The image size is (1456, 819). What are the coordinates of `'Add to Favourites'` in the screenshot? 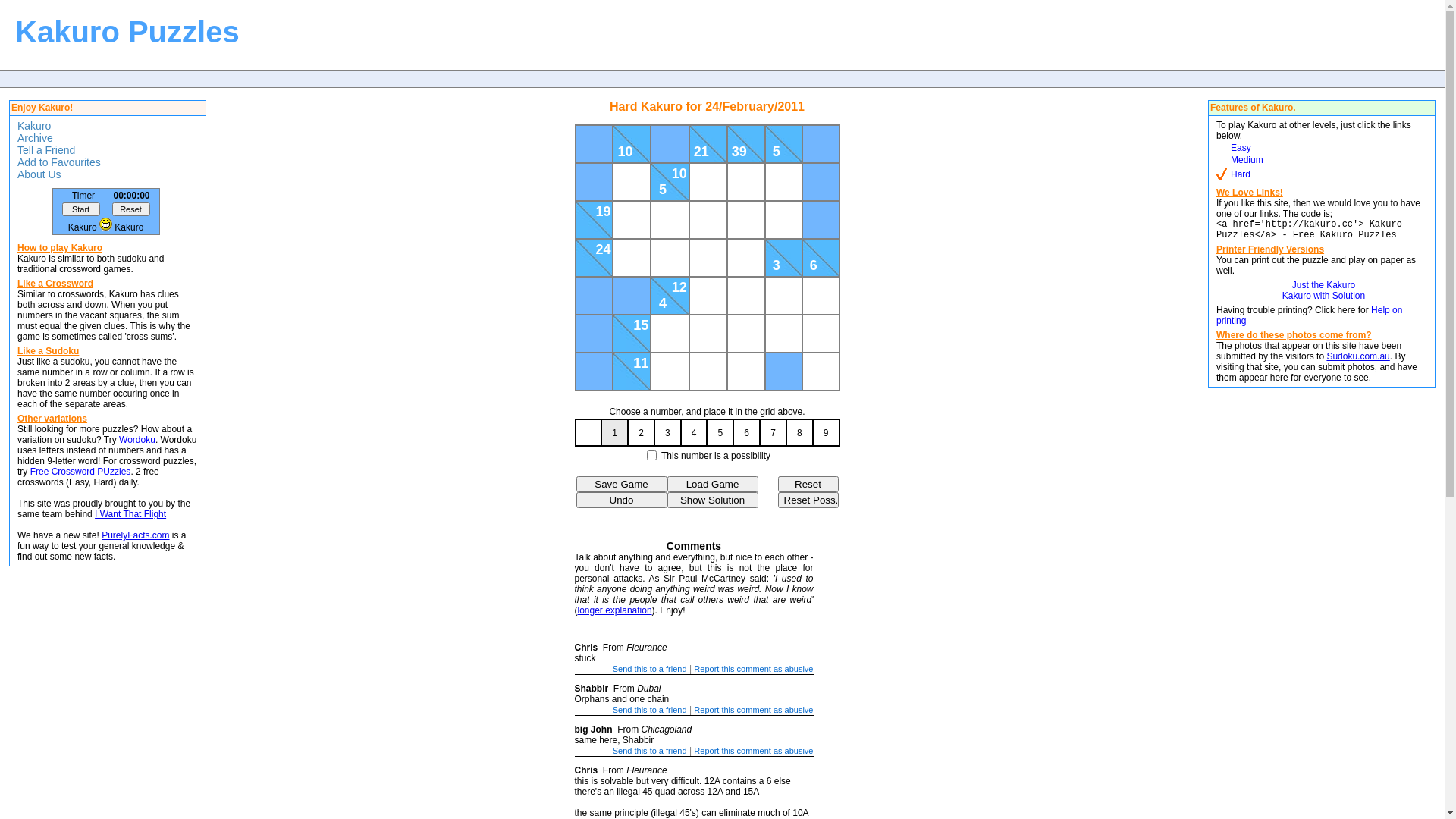 It's located at (57, 162).